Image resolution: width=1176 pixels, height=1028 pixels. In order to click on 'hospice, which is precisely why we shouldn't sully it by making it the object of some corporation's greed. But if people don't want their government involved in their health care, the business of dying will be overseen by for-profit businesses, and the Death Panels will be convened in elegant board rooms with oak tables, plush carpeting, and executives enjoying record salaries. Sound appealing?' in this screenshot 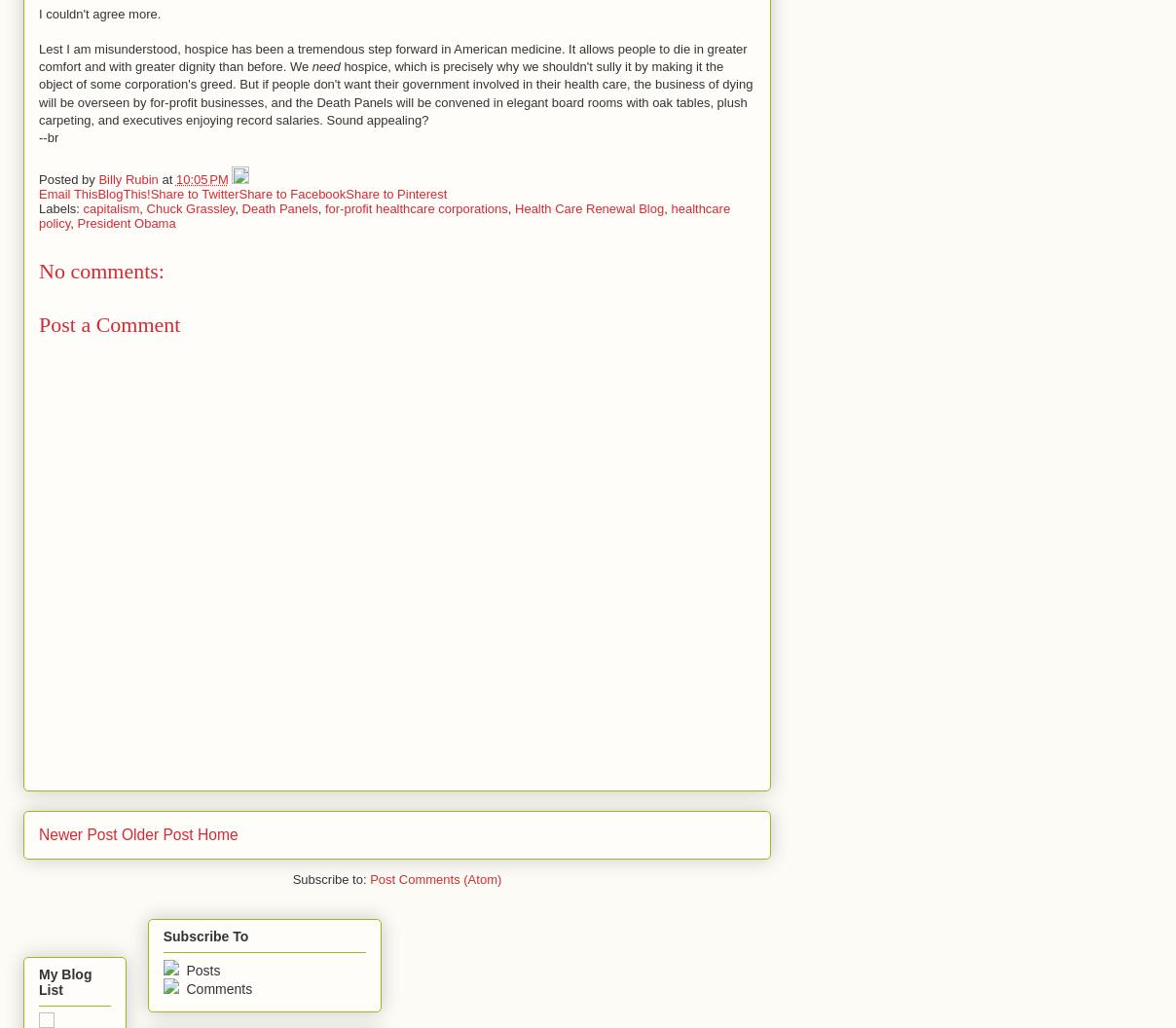, I will do `click(394, 92)`.